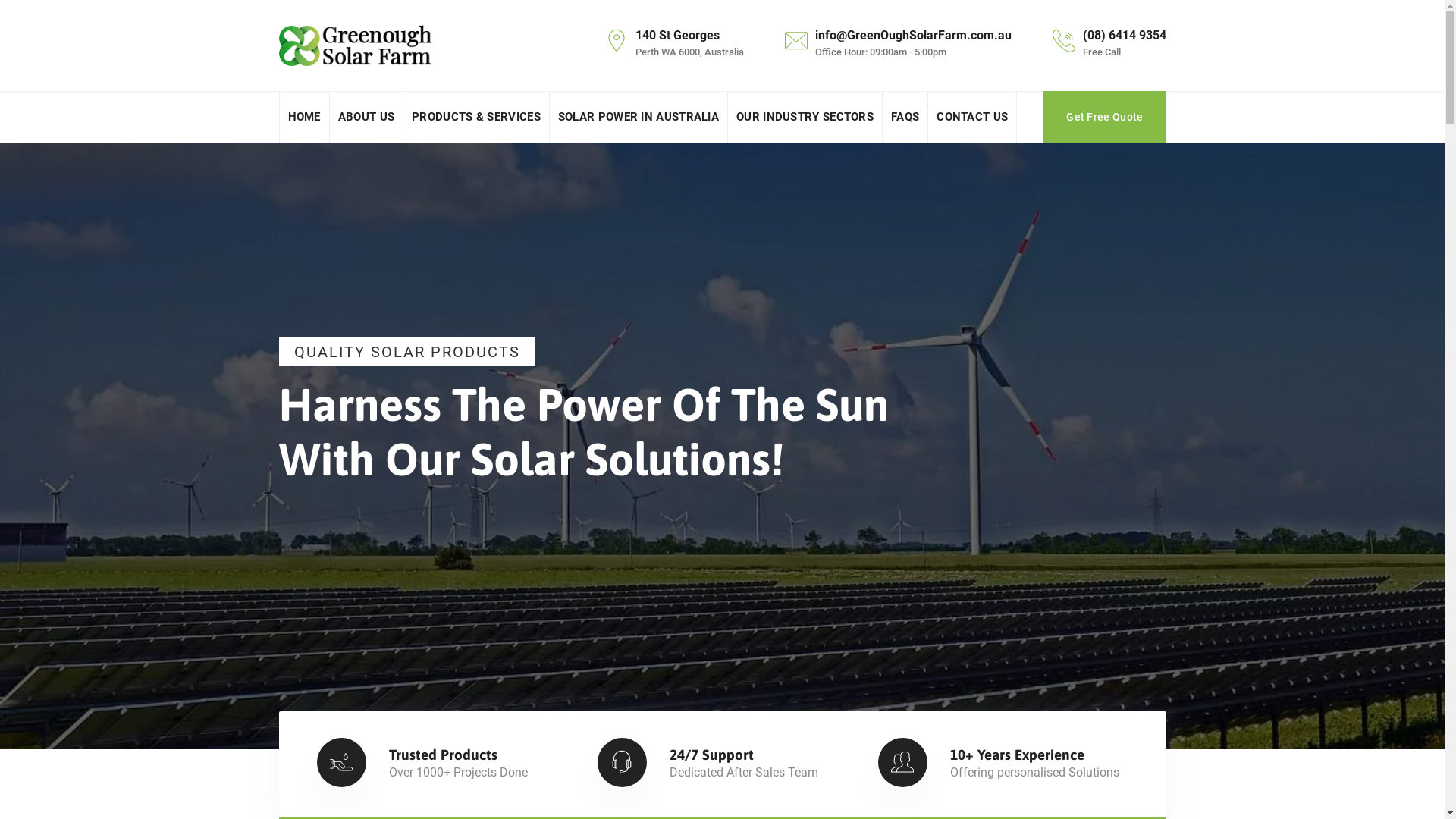 This screenshot has width=1456, height=819. I want to click on 'ABOUT US', so click(366, 116).